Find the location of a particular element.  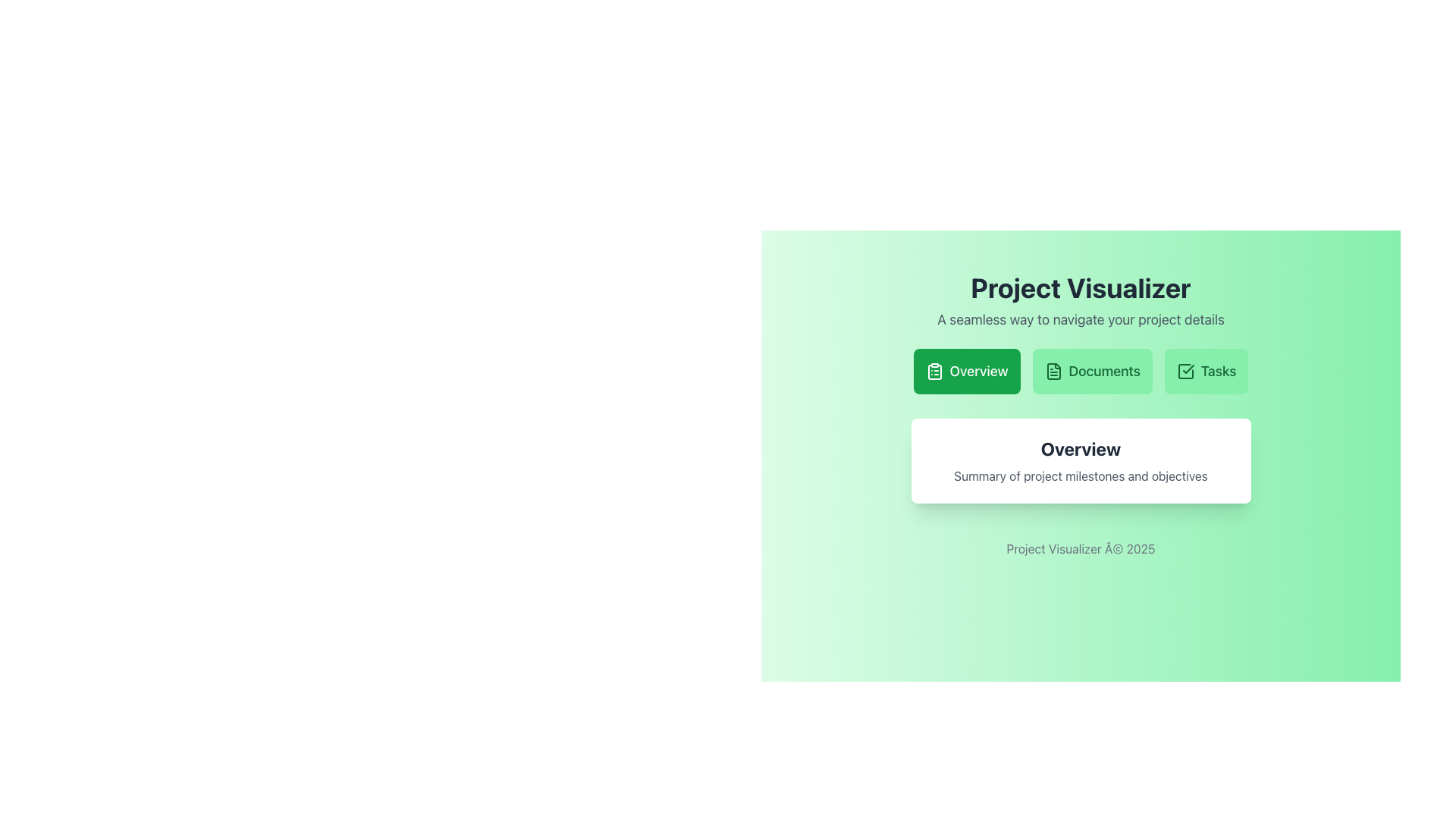

the clipboard icon, which is a green SVG graphic located to the left of the 'Overview' text in the Overview button is located at coordinates (934, 371).